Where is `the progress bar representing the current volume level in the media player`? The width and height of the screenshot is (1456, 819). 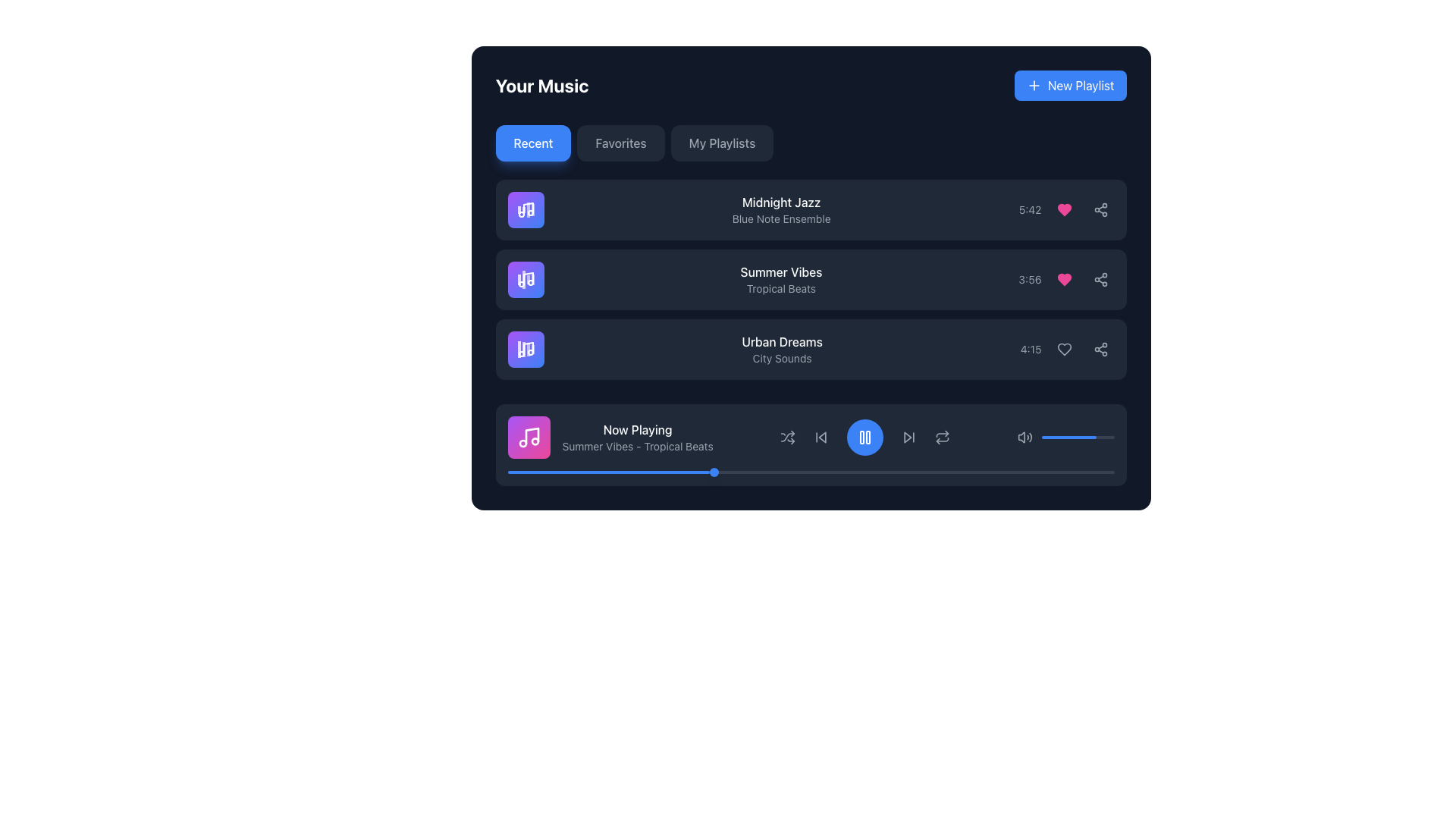 the progress bar representing the current volume level in the media player is located at coordinates (1068, 438).